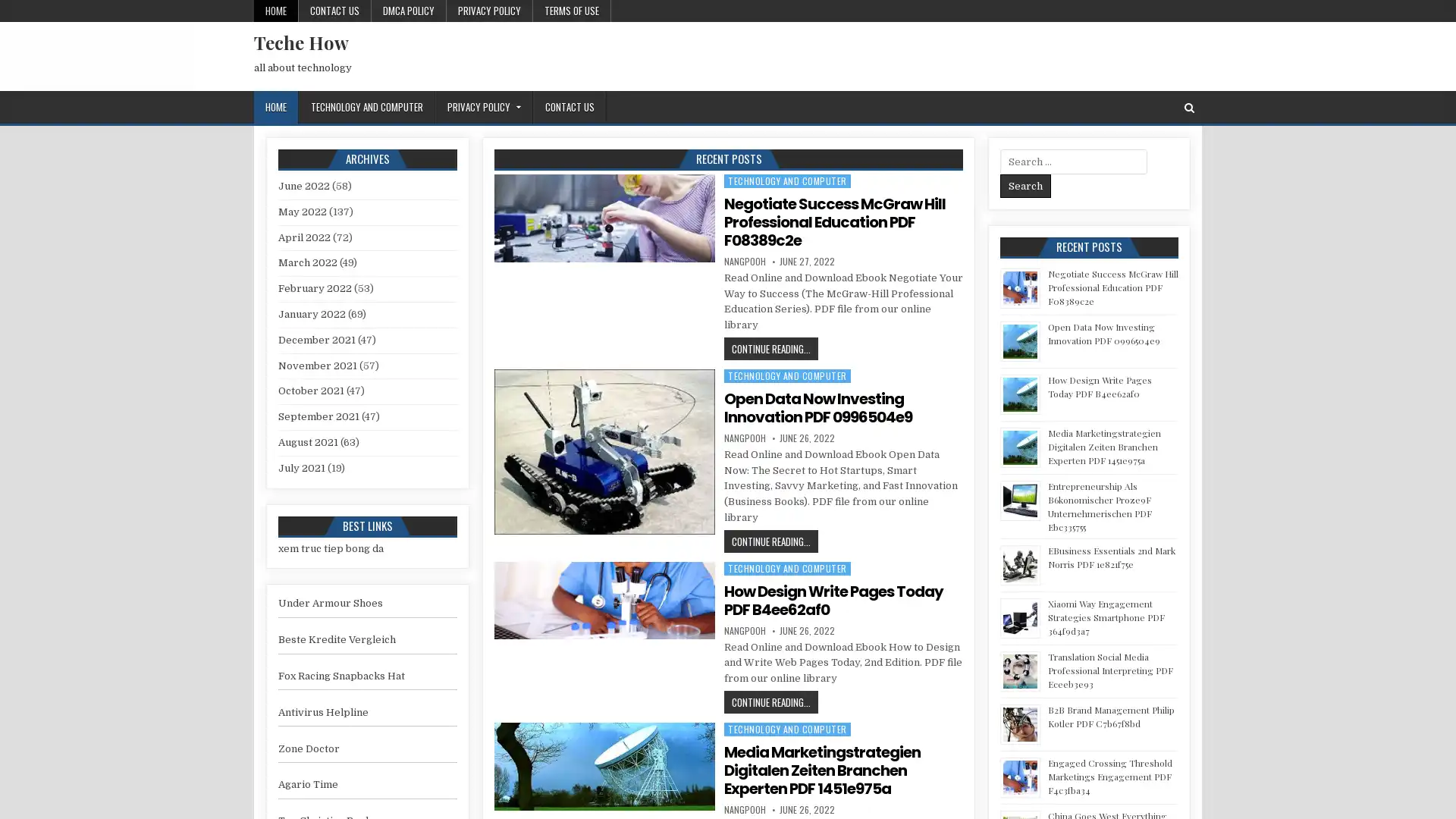 Image resolution: width=1456 pixels, height=819 pixels. Describe the element at coordinates (1025, 185) in the screenshot. I see `Search` at that location.